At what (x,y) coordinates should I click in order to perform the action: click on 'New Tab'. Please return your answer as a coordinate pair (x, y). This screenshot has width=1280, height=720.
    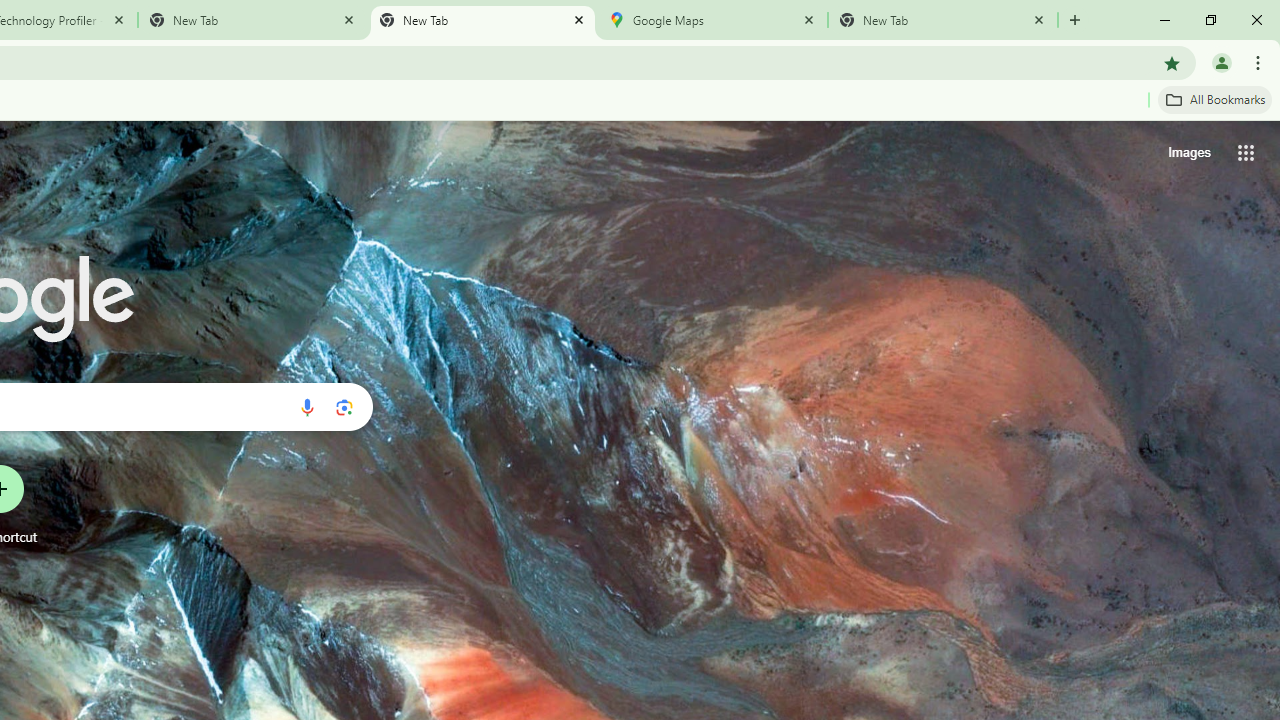
    Looking at the image, I should click on (942, 20).